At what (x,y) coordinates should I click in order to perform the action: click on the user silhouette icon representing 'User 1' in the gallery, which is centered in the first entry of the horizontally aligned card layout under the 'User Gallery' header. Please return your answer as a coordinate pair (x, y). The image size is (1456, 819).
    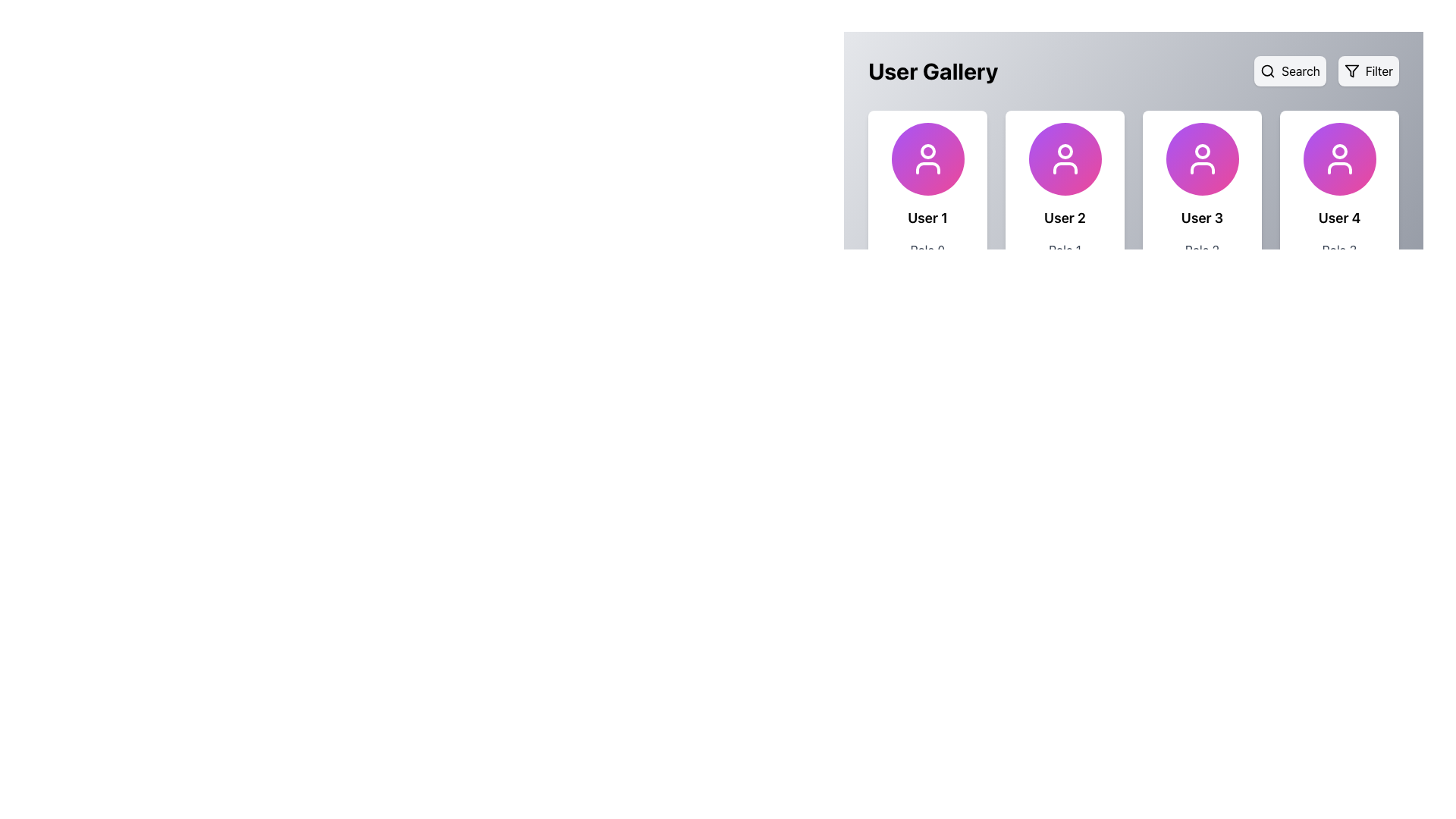
    Looking at the image, I should click on (927, 158).